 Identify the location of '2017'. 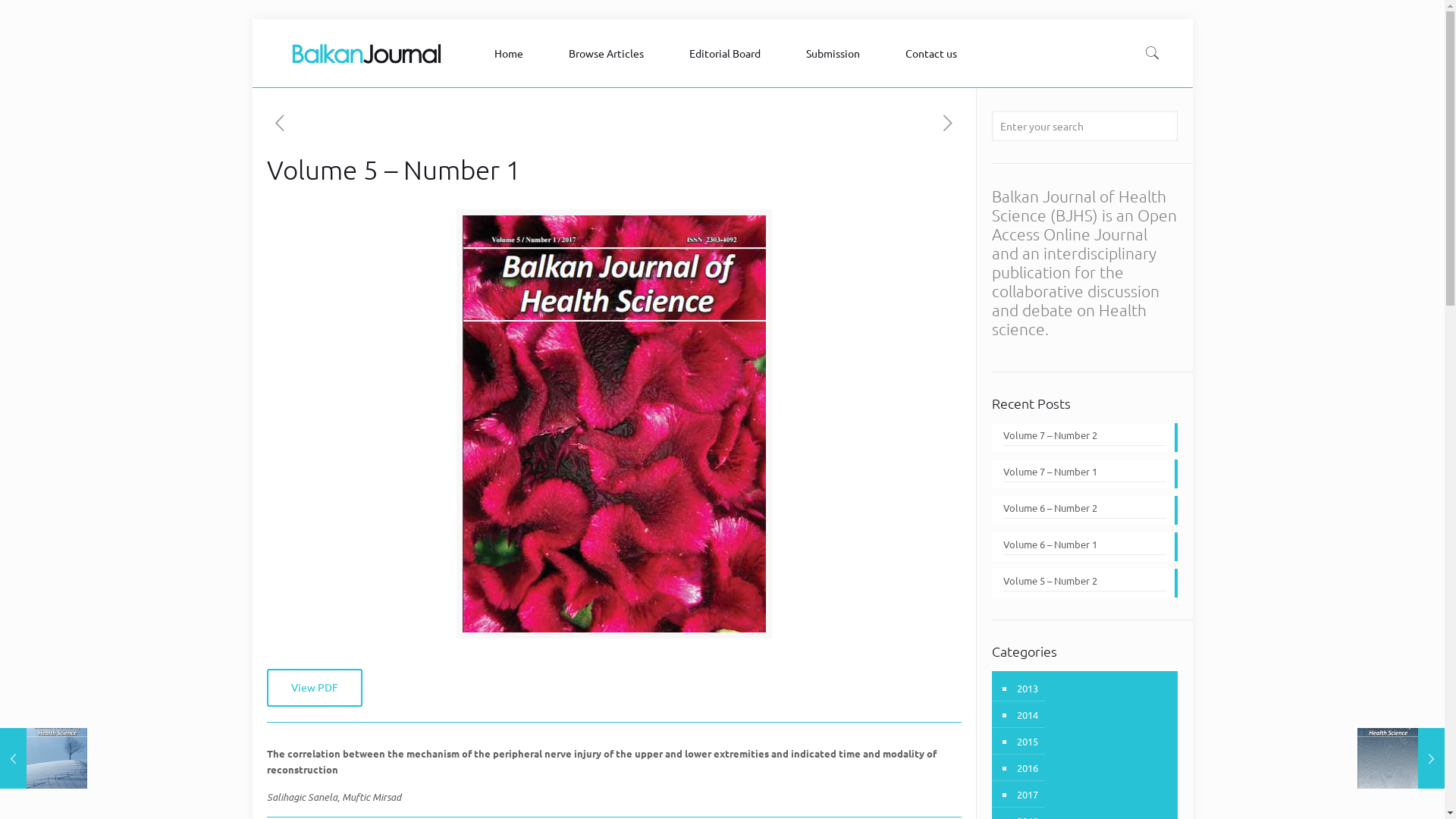
(1026, 793).